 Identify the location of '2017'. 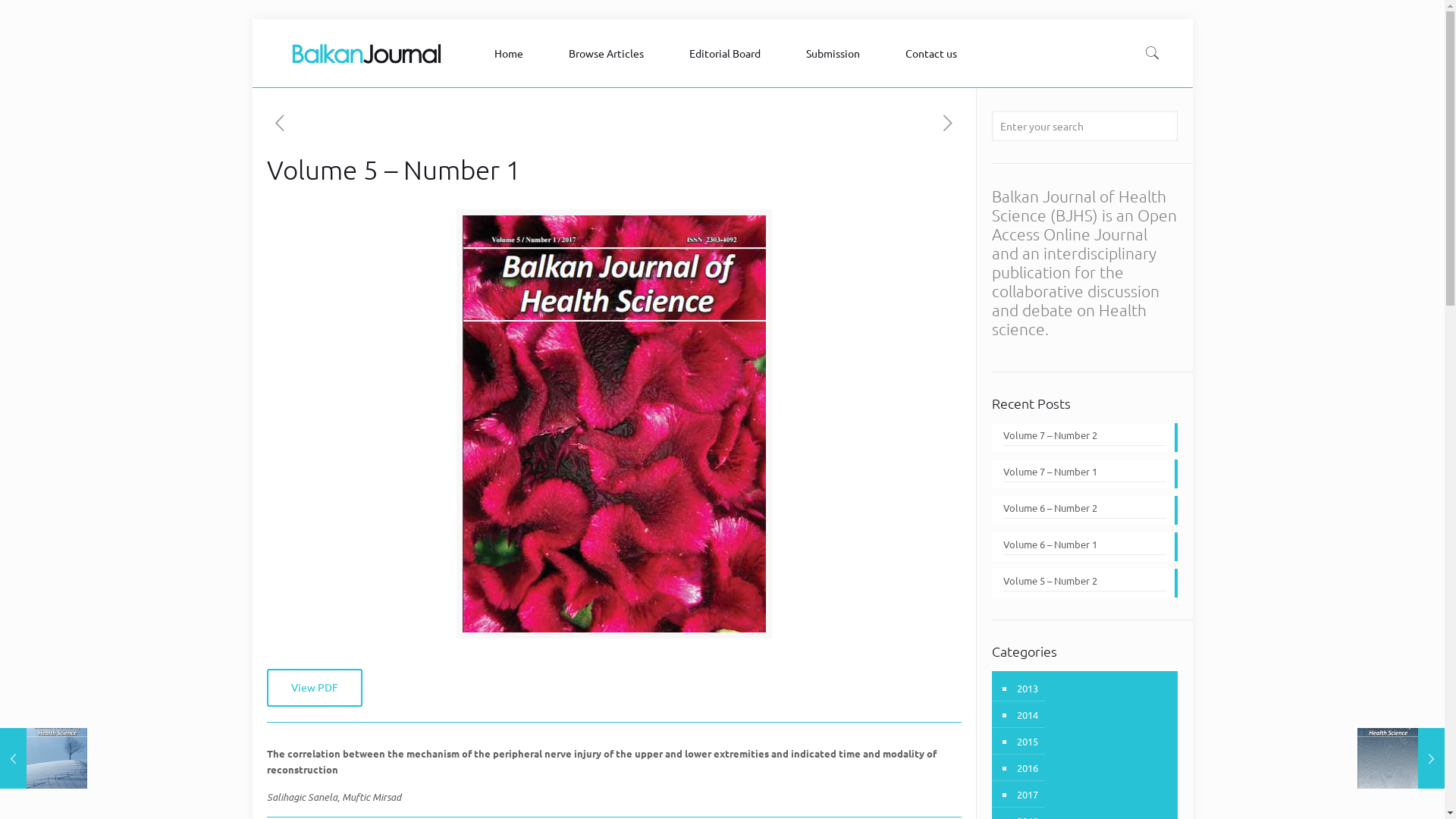
(1026, 793).